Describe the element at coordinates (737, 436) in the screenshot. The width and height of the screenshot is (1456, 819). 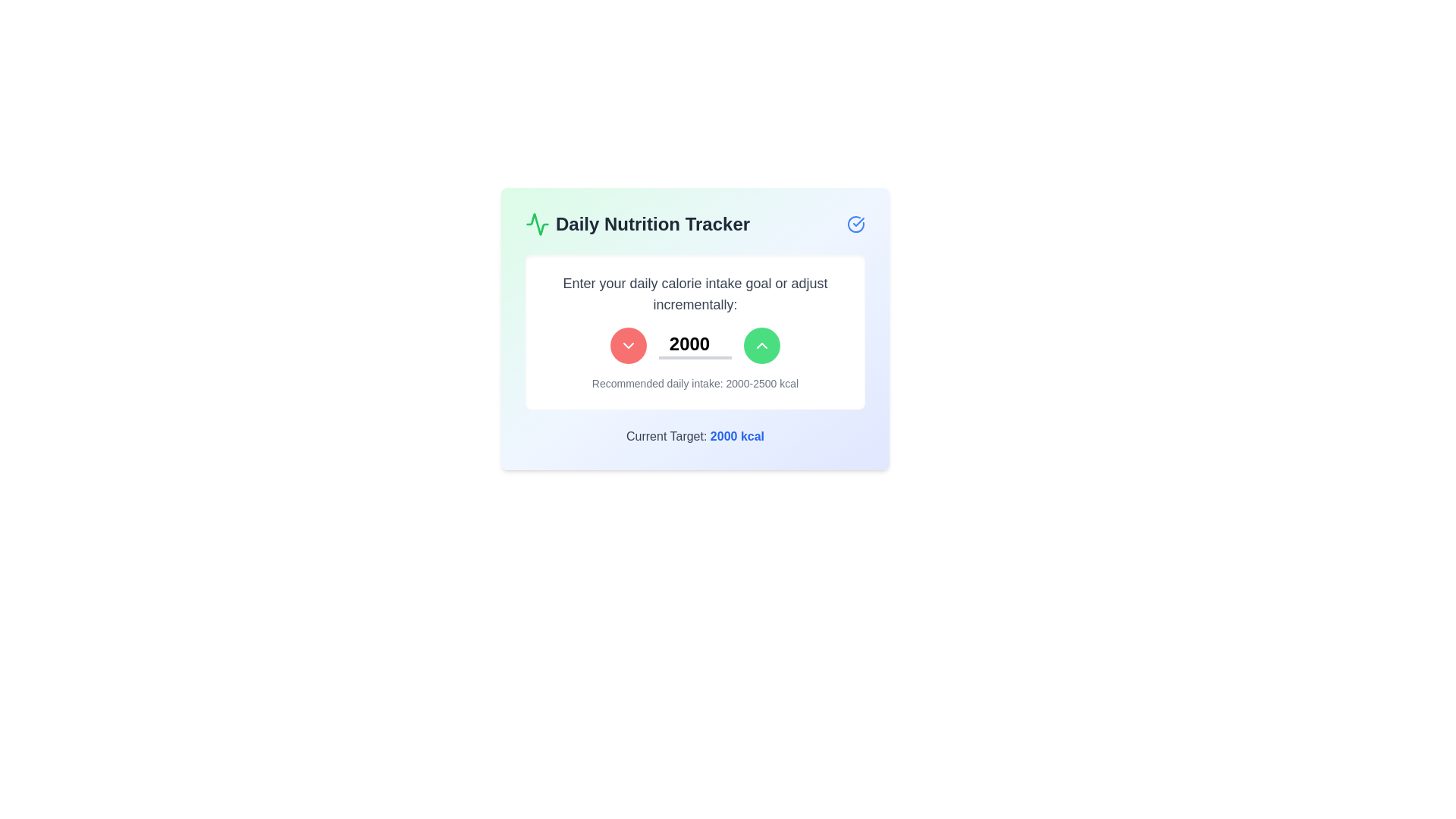
I see `the text element displaying 'Current Target: 2000 kcal', located at the lower right section of the card component` at that location.